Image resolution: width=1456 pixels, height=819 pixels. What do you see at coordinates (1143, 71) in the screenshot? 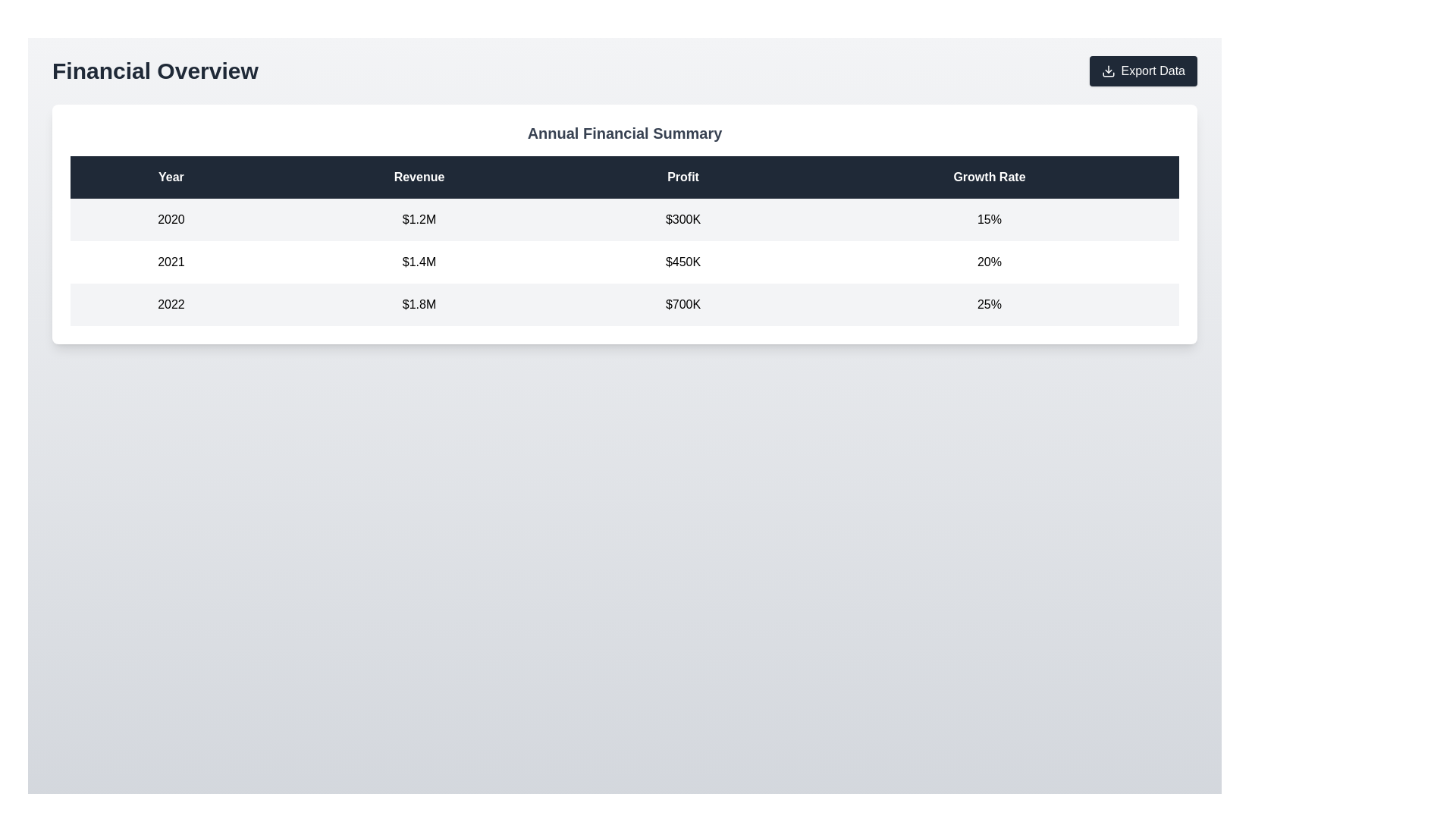
I see `the 'Export Data' button to download the table content` at bounding box center [1143, 71].